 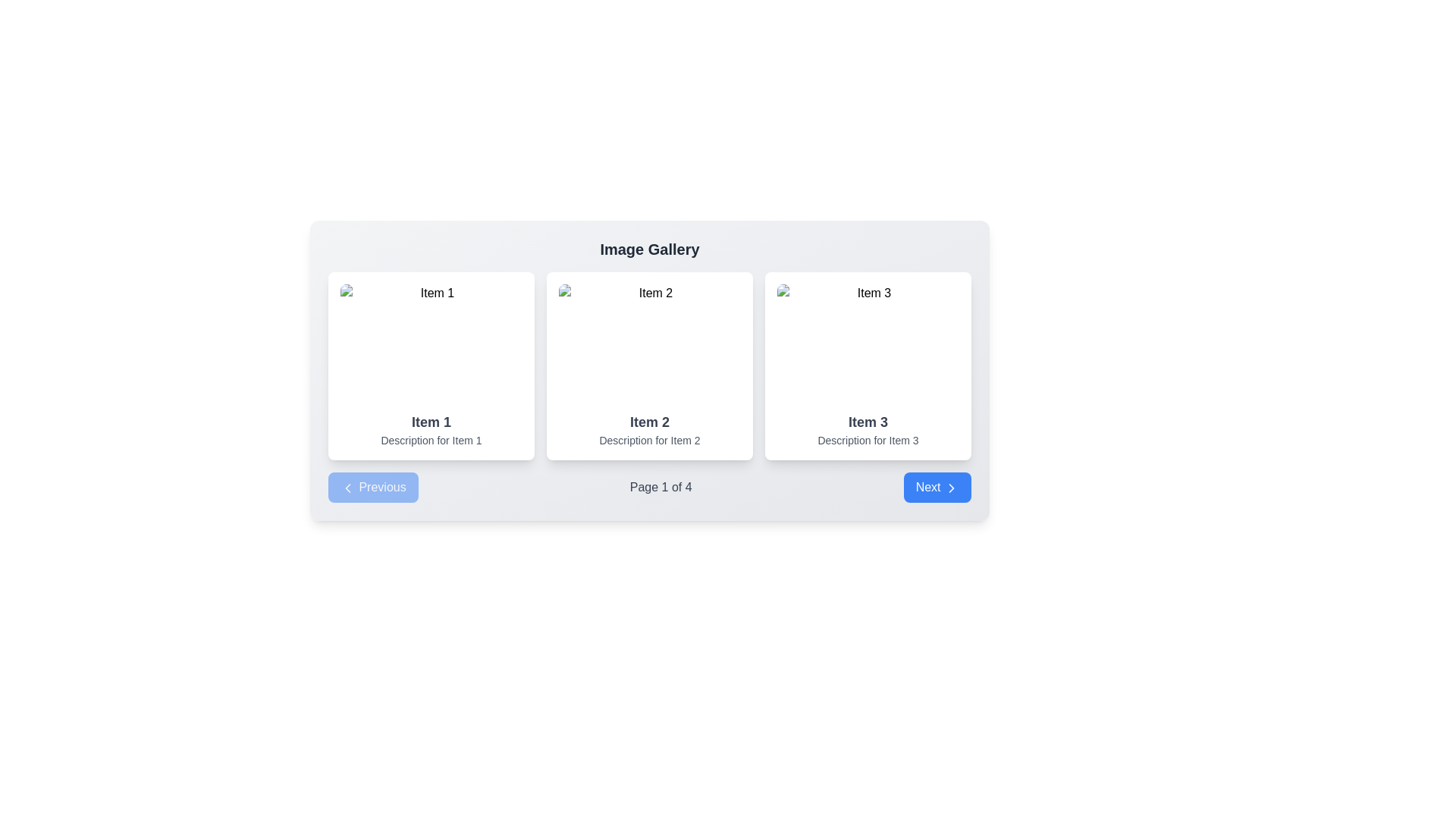 What do you see at coordinates (950, 488) in the screenshot?
I see `the 'Next' icon located at the rightmost side of the blue 'Next' button` at bounding box center [950, 488].